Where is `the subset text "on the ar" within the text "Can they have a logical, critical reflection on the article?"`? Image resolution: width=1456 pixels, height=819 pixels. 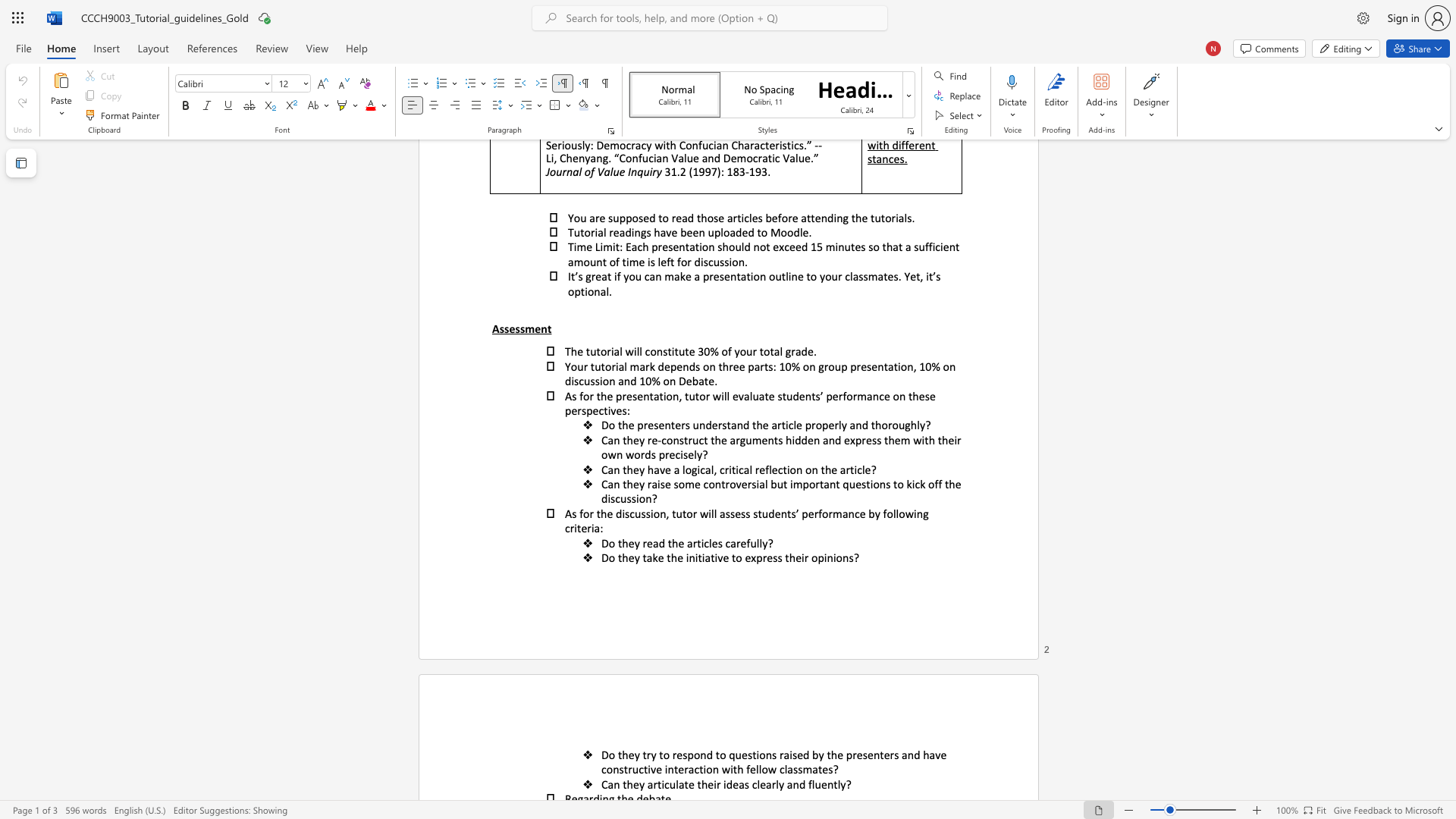 the subset text "on the ar" within the text "Can they have a logical, critical reflection on the article?" is located at coordinates (805, 469).